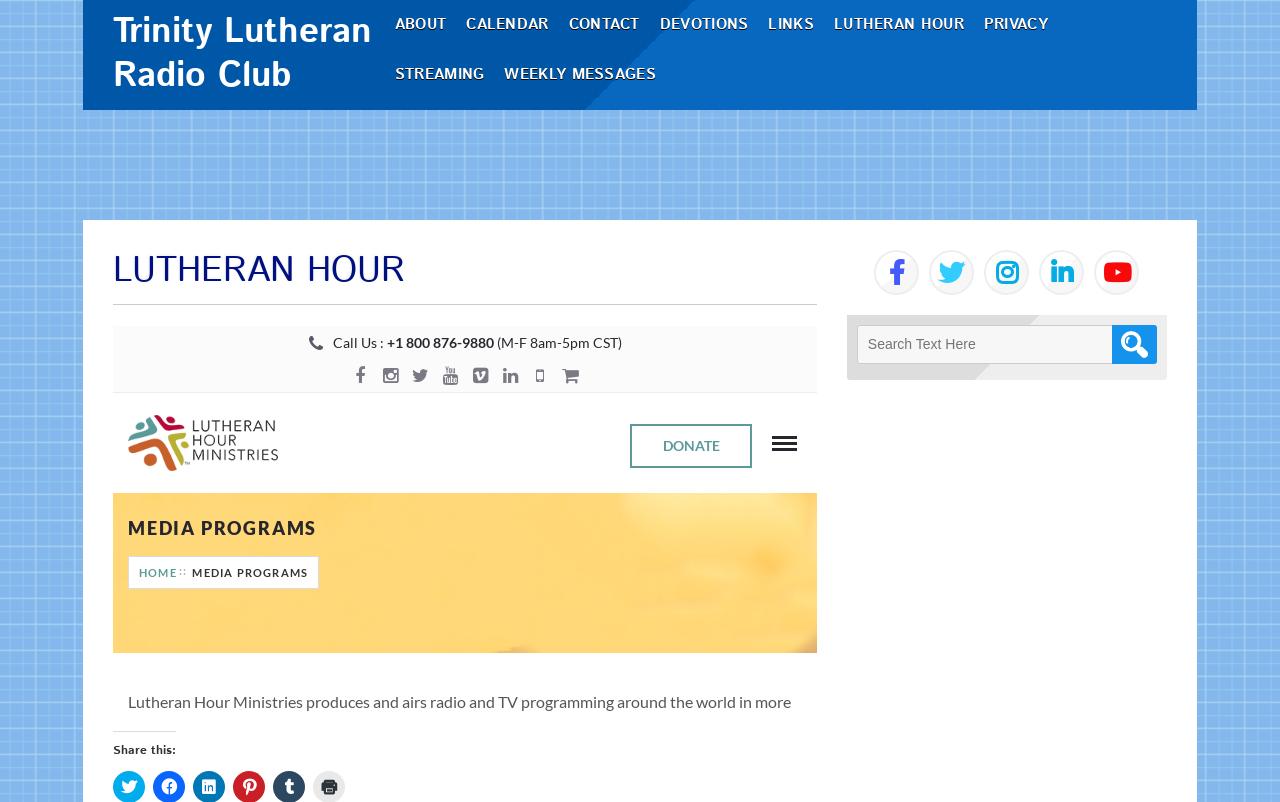 This screenshot has width=1280, height=802. I want to click on 'Links', so click(774, 78).